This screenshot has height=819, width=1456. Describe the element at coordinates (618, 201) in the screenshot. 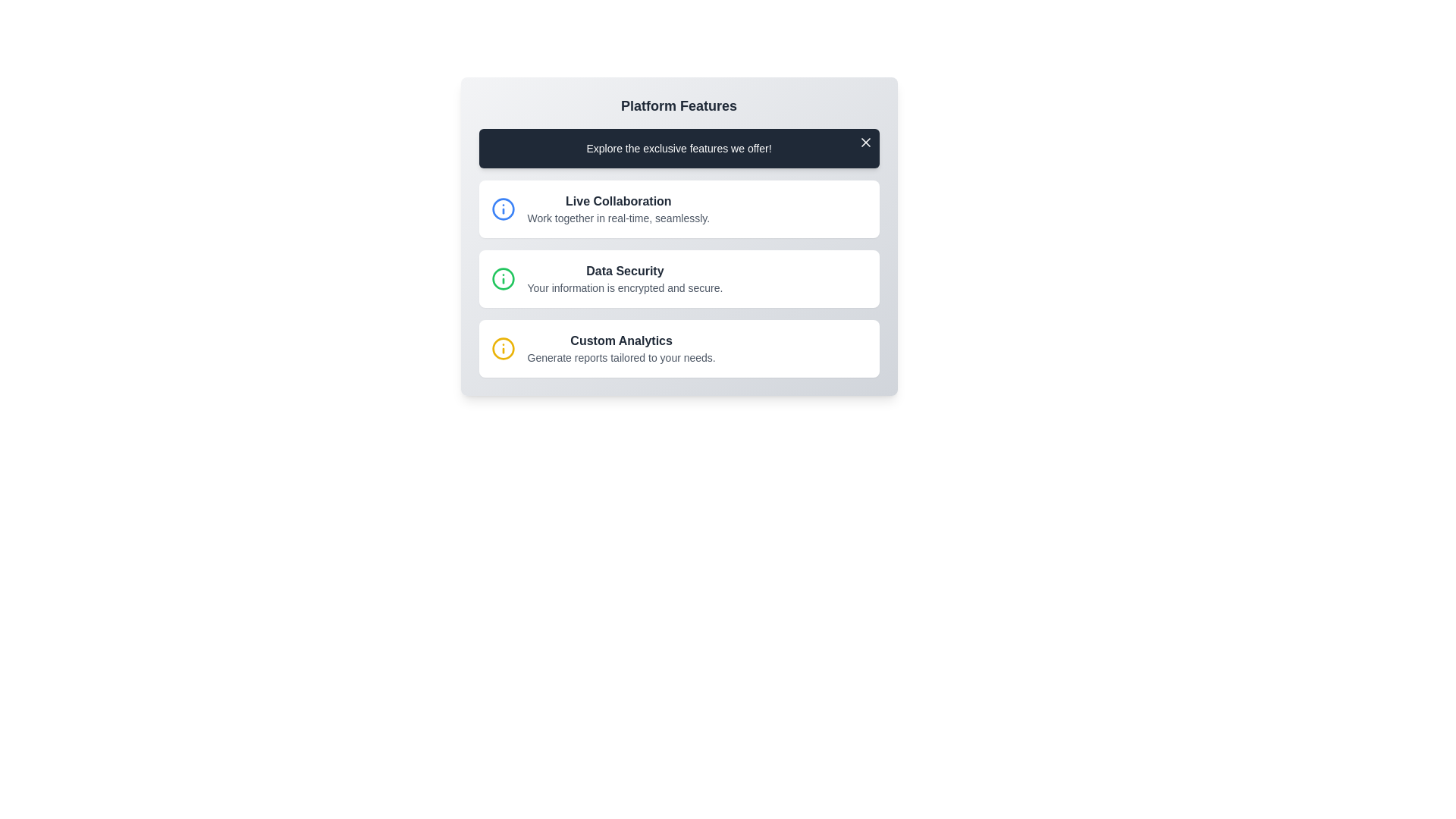

I see `the static text heading displaying 'Live Collaboration', which is styled in bold and dark gray, located in the topmost row of a vertically stacked feature list` at that location.